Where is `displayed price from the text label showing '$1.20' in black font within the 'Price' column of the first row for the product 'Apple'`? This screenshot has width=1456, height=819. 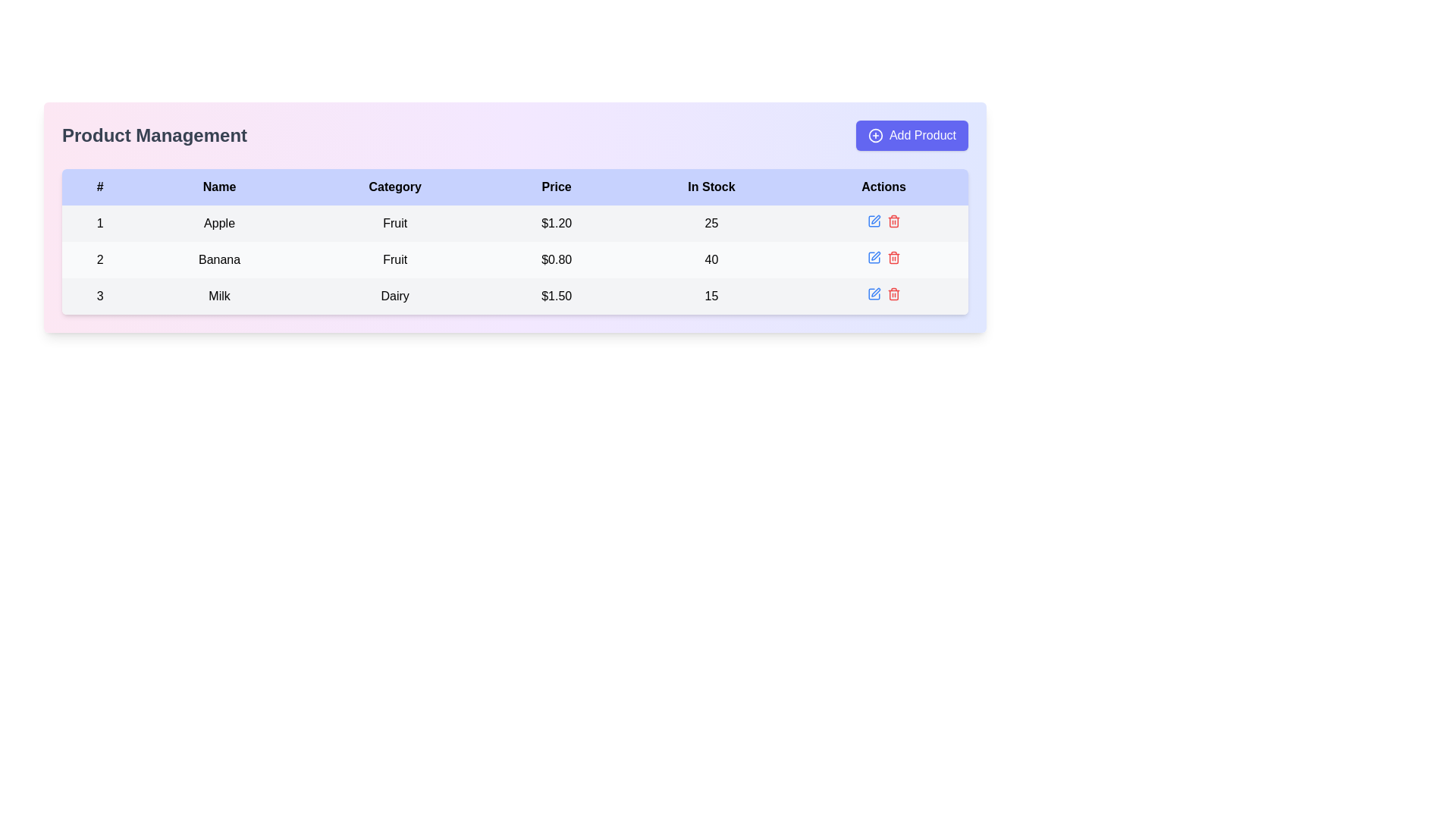 displayed price from the text label showing '$1.20' in black font within the 'Price' column of the first row for the product 'Apple' is located at coordinates (556, 223).